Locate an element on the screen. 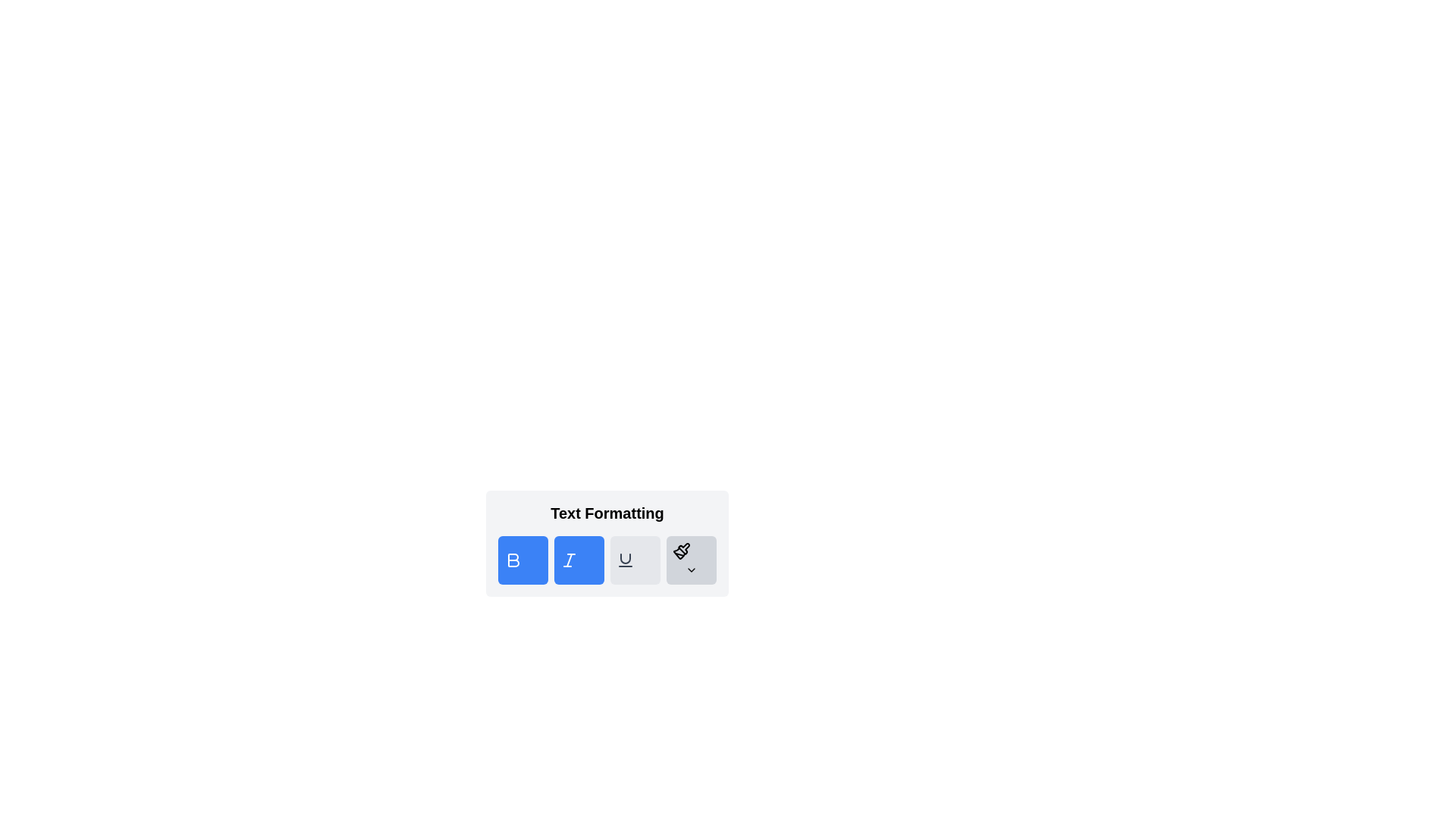 This screenshot has width=1456, height=819. the italic formatting button, which is the second button in the row of formatting options is located at coordinates (578, 560).